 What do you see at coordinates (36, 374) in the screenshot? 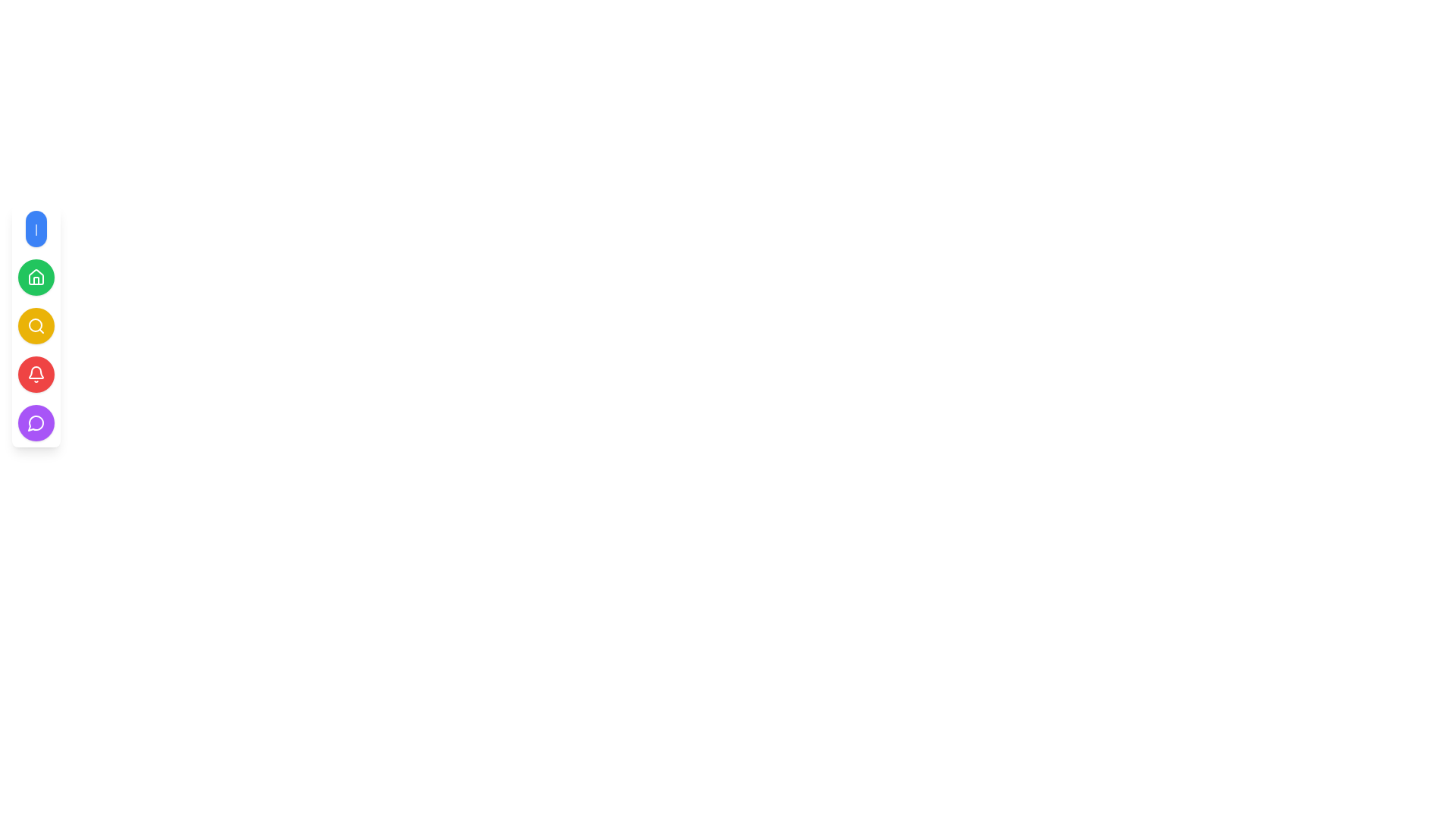
I see `the circular red button with a white bell icon, which is the fourth button in a vertical list of similarly styled buttons` at bounding box center [36, 374].